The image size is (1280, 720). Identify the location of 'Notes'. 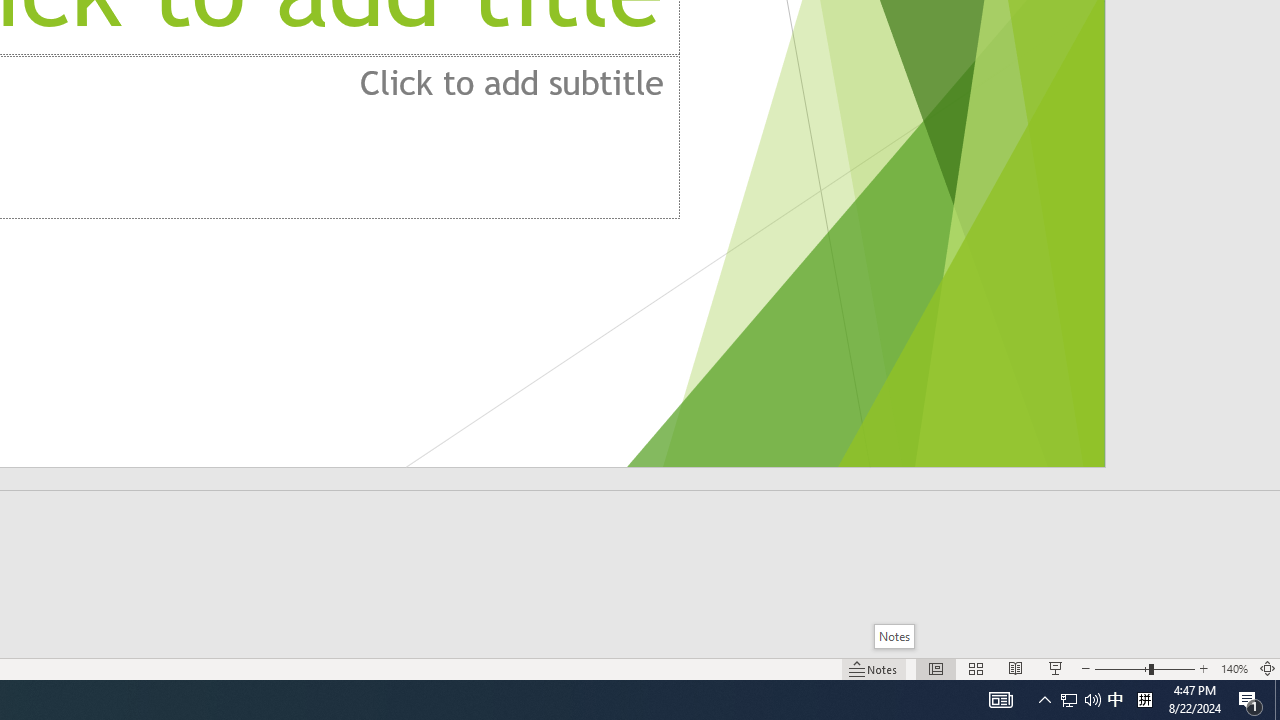
(893, 636).